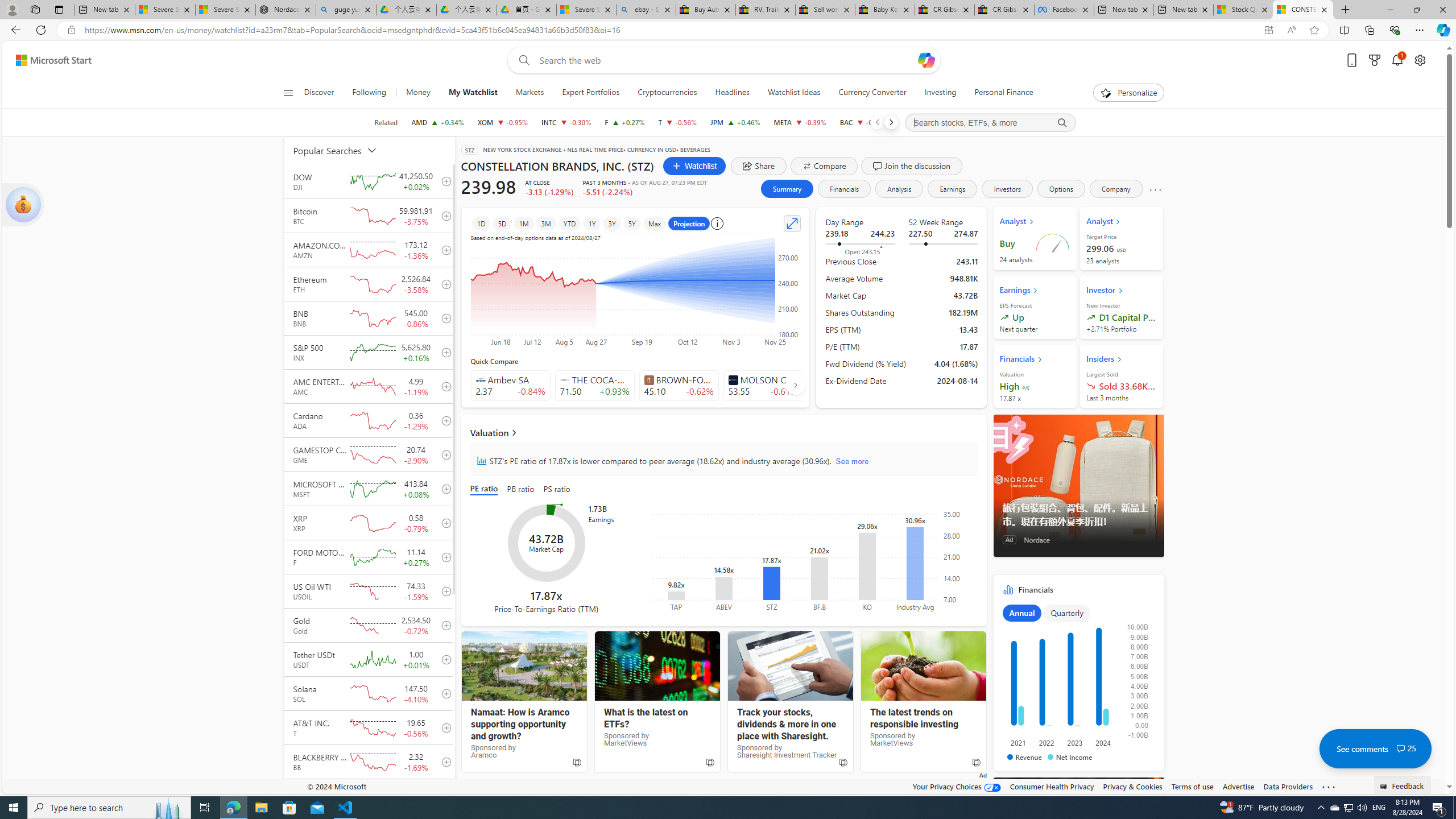  Describe the element at coordinates (793, 92) in the screenshot. I see `'Watchlist Ideas'` at that location.